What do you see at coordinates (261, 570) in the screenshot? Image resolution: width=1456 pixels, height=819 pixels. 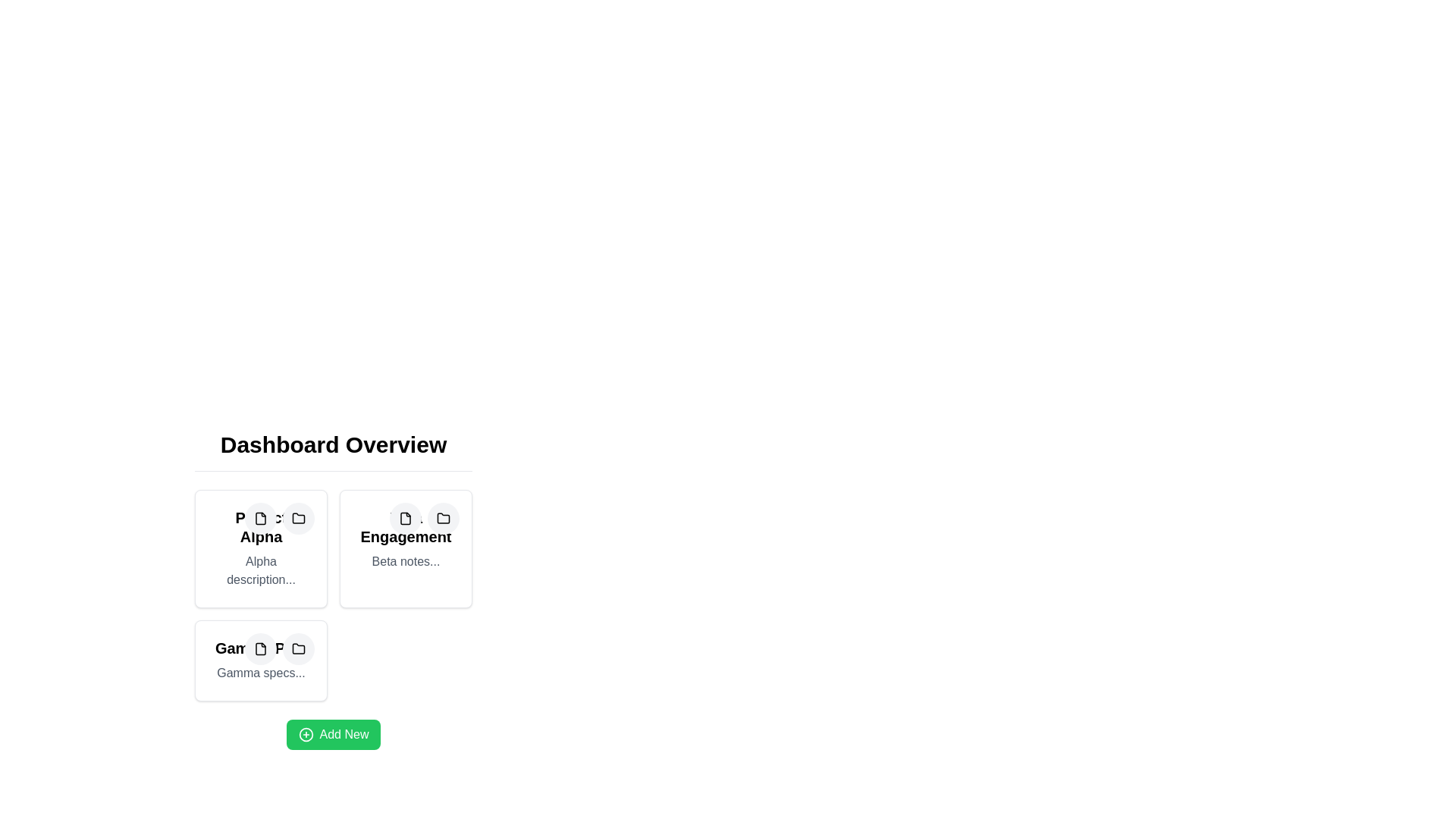 I see `the descriptive text label located below the title 'Project Alpha' in the leftmost column of the grid layout` at bounding box center [261, 570].